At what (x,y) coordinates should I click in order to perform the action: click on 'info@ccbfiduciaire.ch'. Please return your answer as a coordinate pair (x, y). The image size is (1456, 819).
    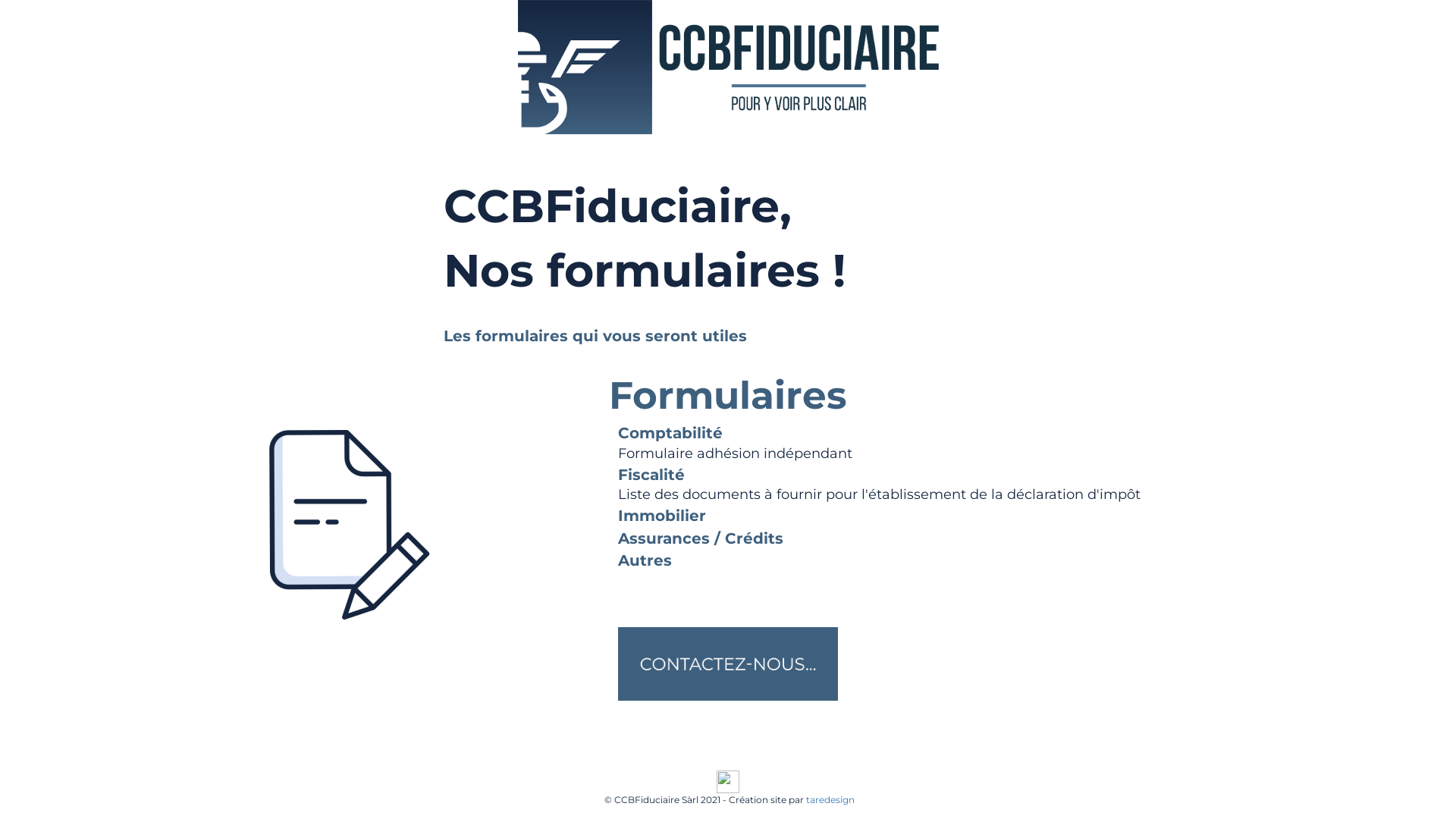
    Looking at the image, I should click on (588, 763).